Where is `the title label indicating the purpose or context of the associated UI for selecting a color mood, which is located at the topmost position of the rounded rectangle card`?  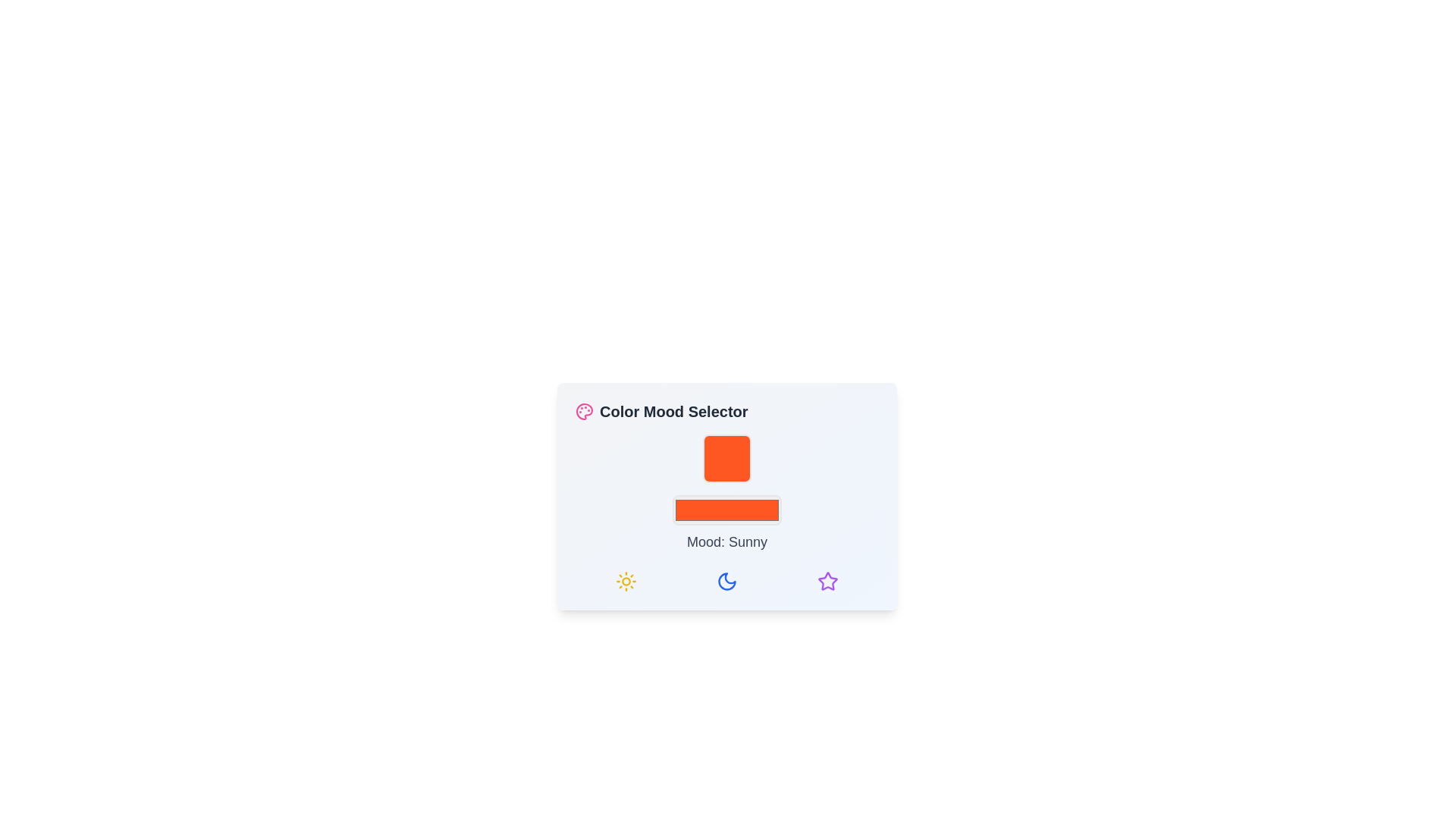 the title label indicating the purpose or context of the associated UI for selecting a color mood, which is located at the topmost position of the rounded rectangle card is located at coordinates (726, 412).